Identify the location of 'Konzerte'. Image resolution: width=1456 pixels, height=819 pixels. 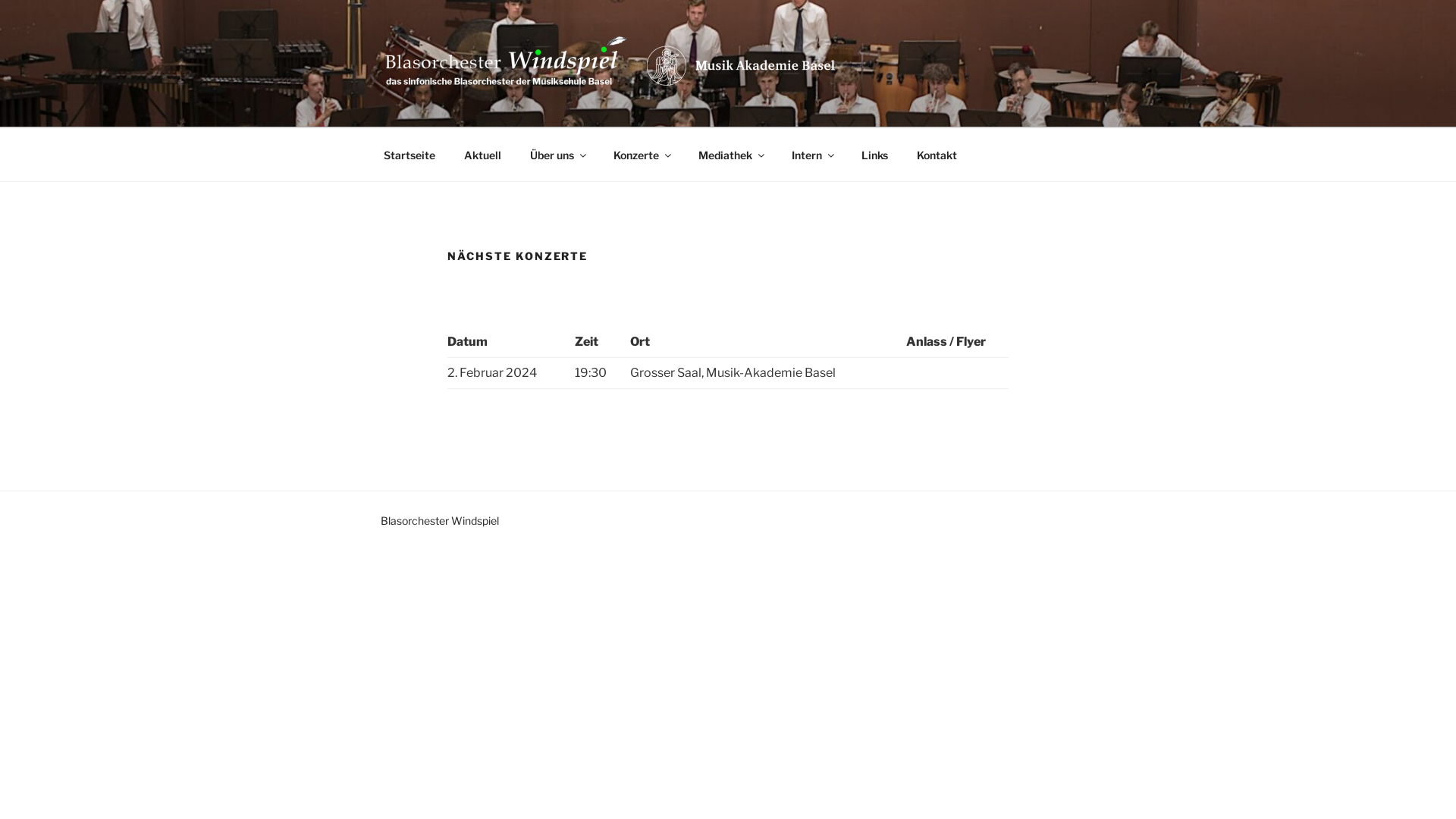
(641, 155).